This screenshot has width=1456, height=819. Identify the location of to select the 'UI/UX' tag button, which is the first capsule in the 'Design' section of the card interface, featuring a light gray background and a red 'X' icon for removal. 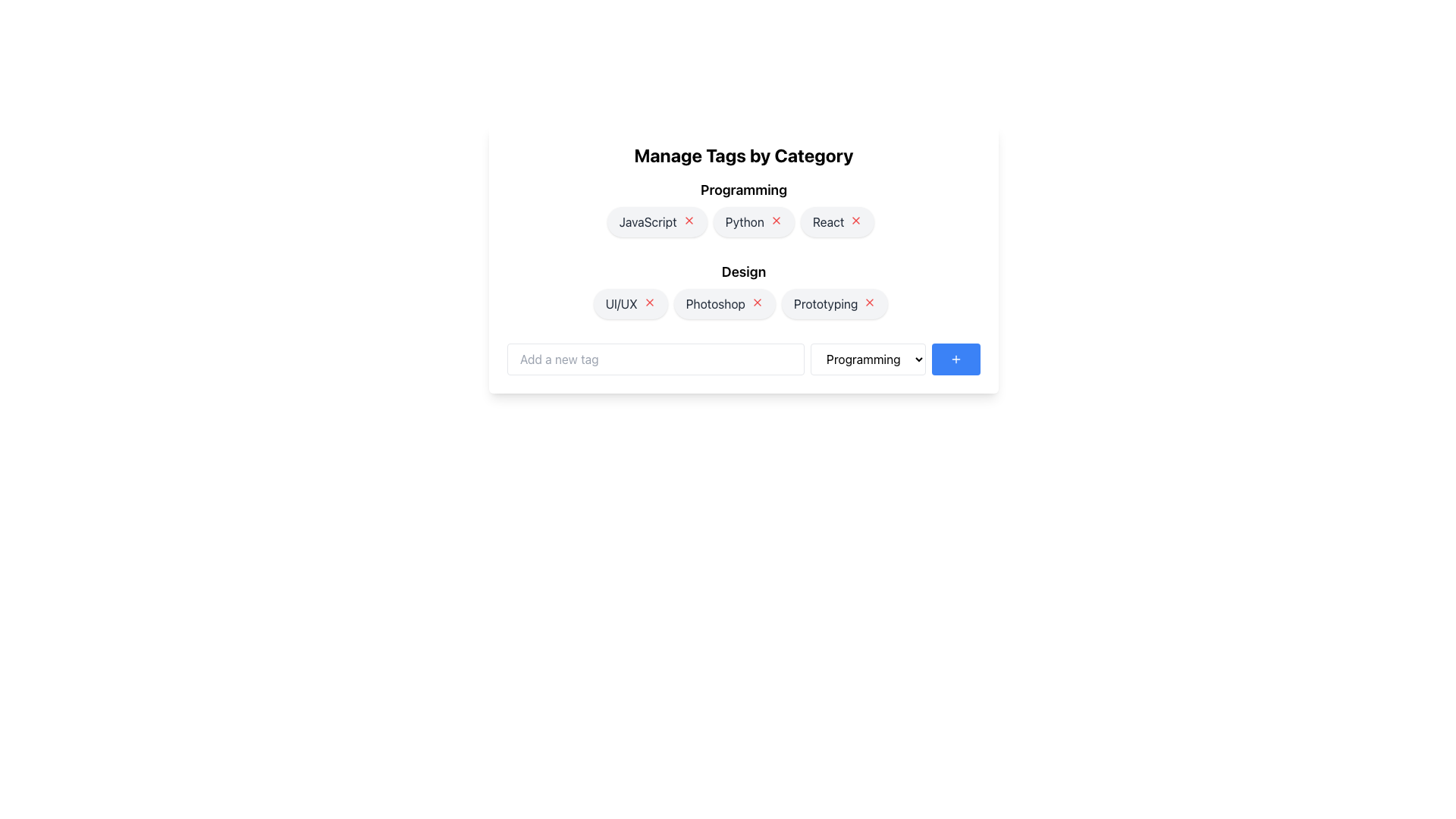
(630, 304).